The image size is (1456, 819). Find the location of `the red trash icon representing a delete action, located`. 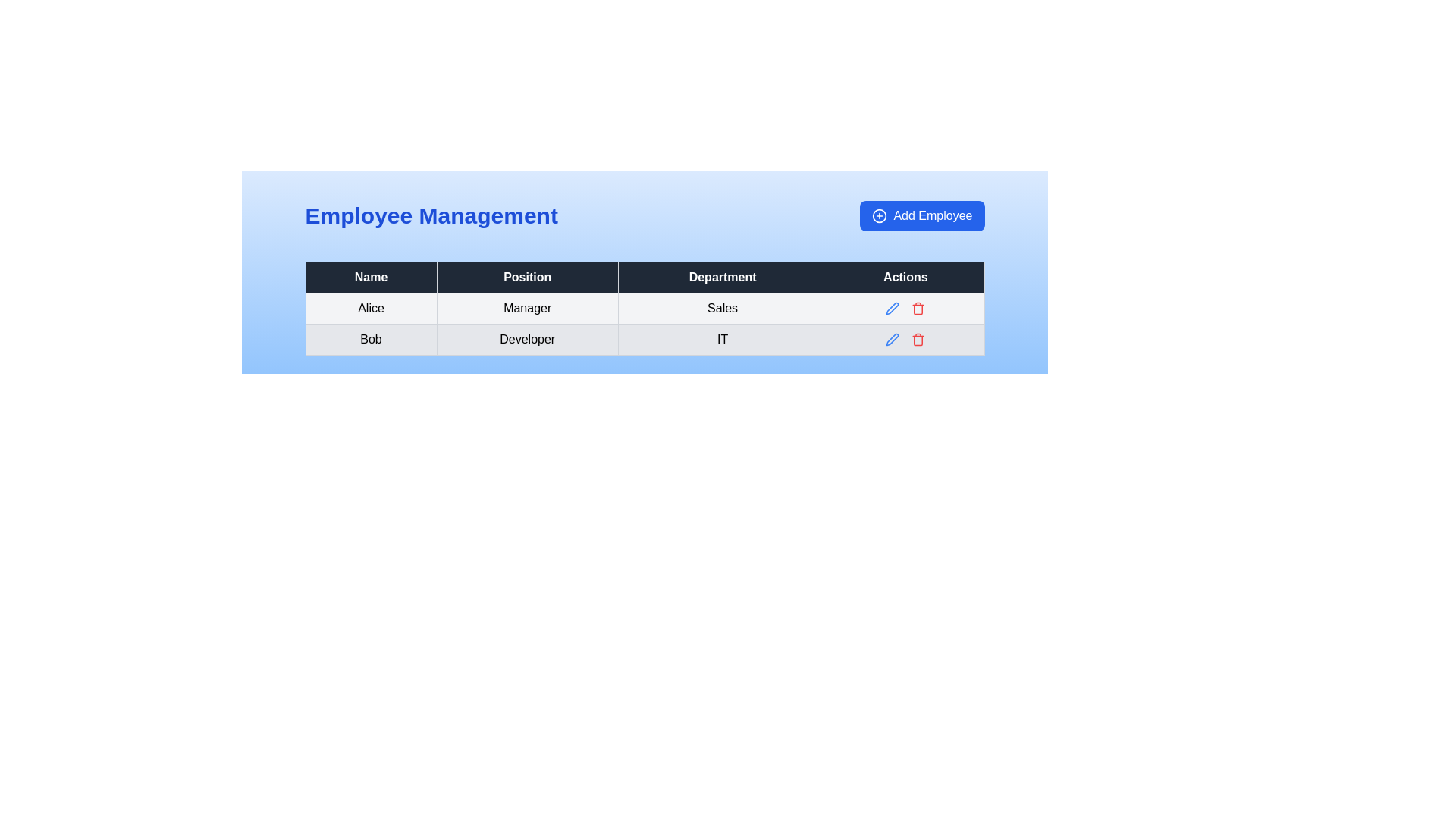

the red trash icon representing a delete action, located is located at coordinates (918, 338).